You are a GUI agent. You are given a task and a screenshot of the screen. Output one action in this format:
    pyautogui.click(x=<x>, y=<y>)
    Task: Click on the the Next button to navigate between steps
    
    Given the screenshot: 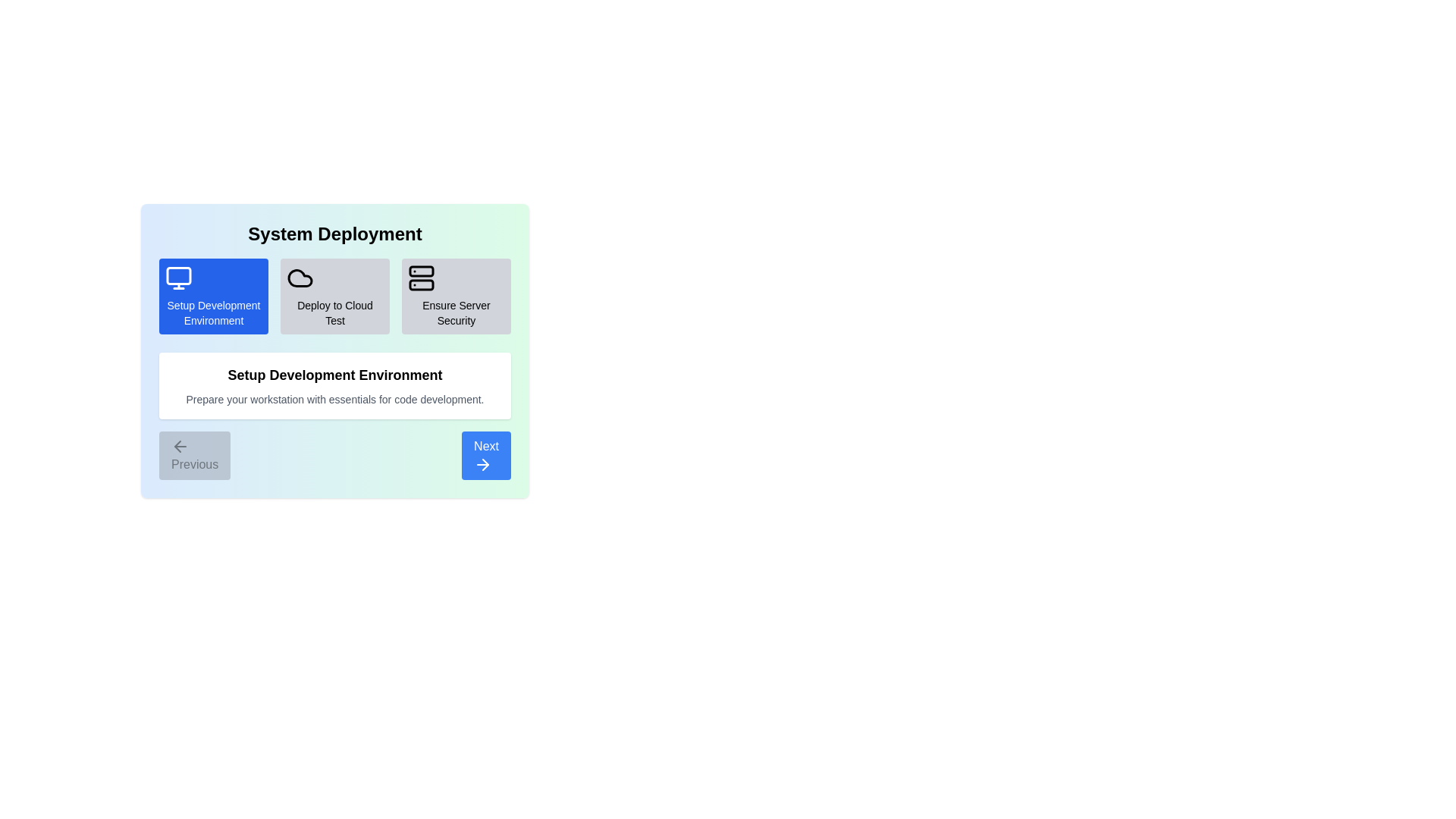 What is the action you would take?
    pyautogui.click(x=486, y=455)
    